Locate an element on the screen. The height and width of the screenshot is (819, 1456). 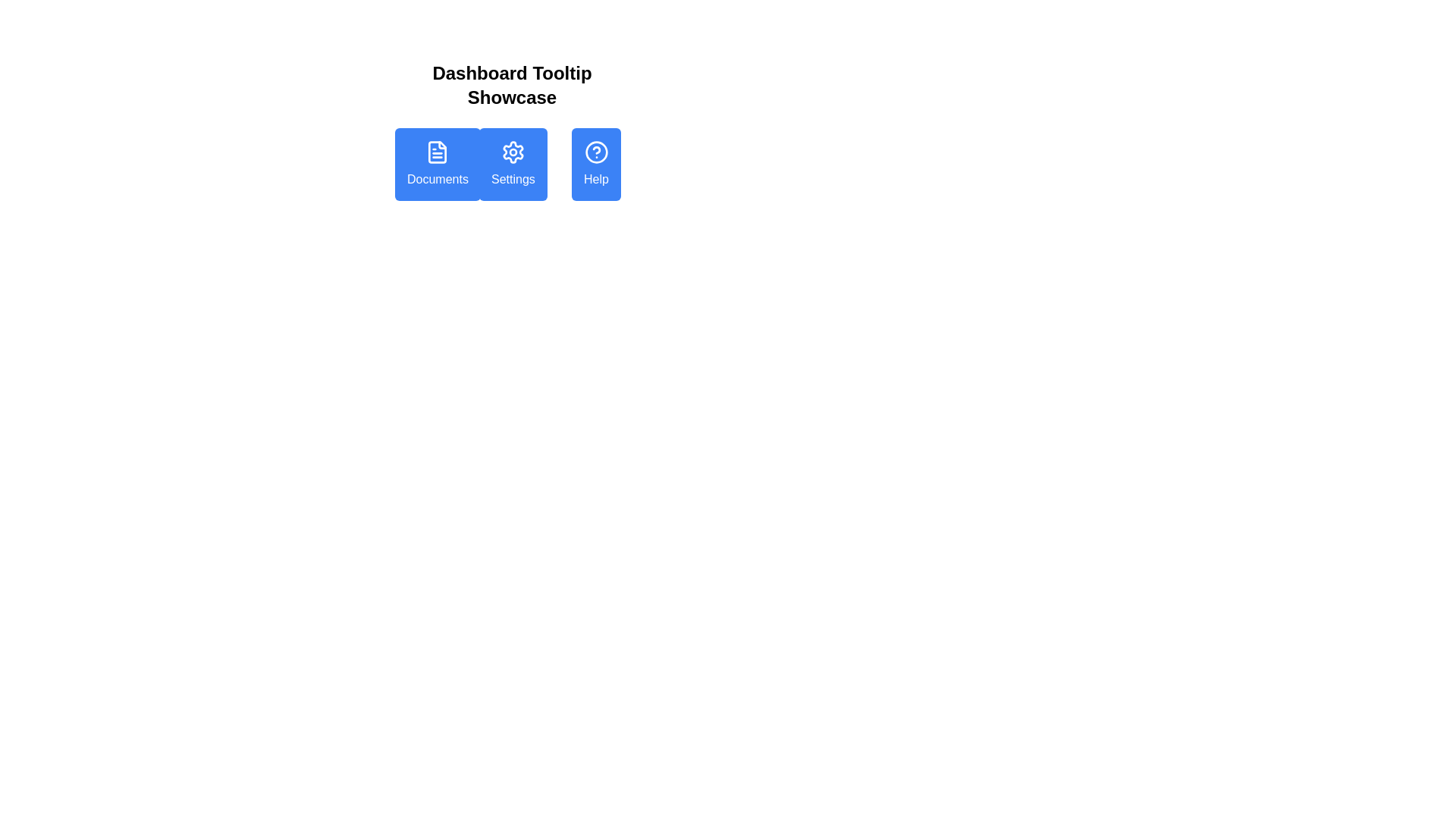
the 'Documents' icon button, which is blue and features a document design, located prominently under the 'Dashboard Tooltip Showcase.' is located at coordinates (437, 152).